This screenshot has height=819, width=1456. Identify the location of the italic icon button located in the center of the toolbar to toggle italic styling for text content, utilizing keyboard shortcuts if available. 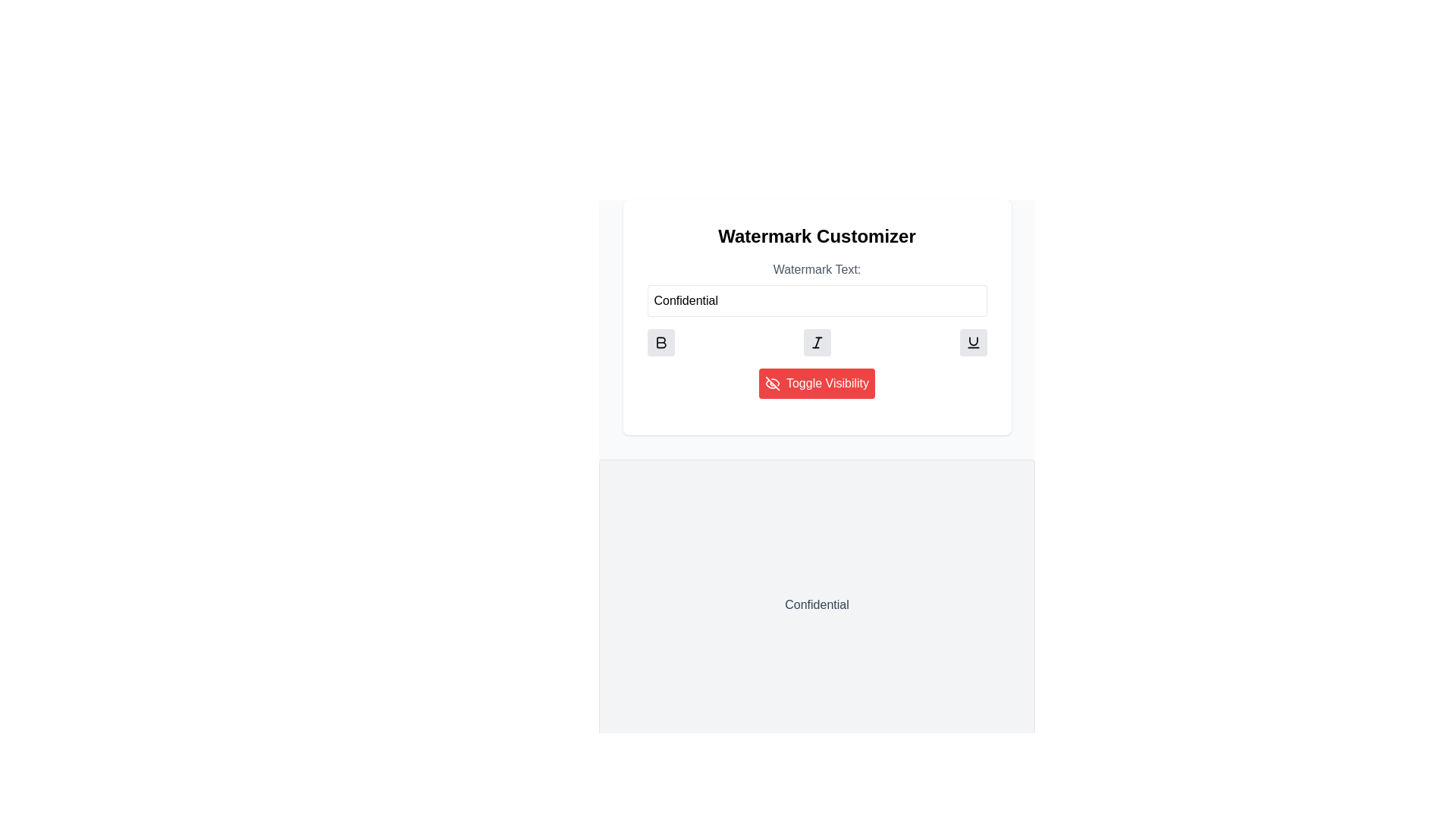
(816, 342).